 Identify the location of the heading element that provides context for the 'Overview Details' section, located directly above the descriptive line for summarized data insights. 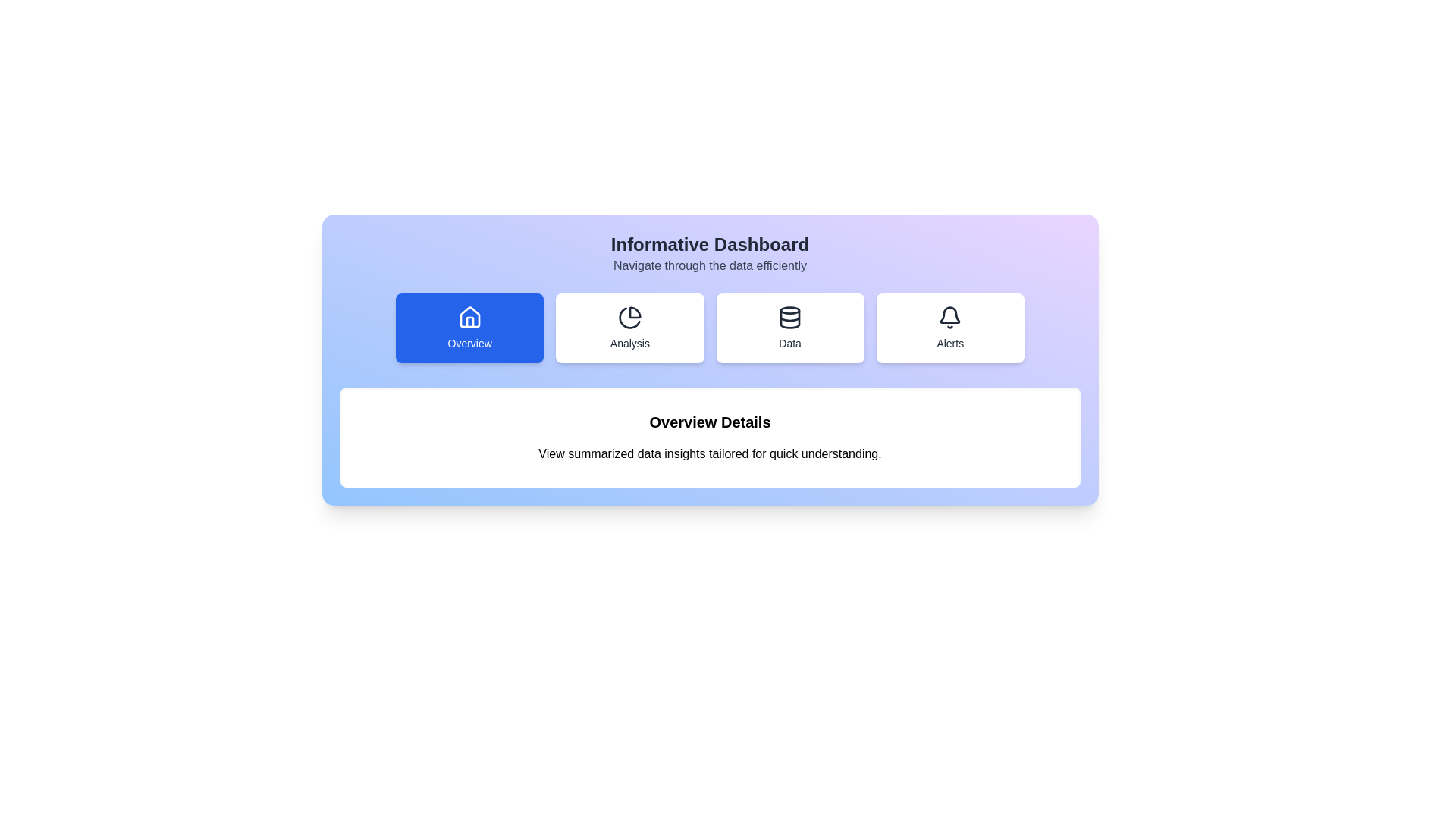
(709, 422).